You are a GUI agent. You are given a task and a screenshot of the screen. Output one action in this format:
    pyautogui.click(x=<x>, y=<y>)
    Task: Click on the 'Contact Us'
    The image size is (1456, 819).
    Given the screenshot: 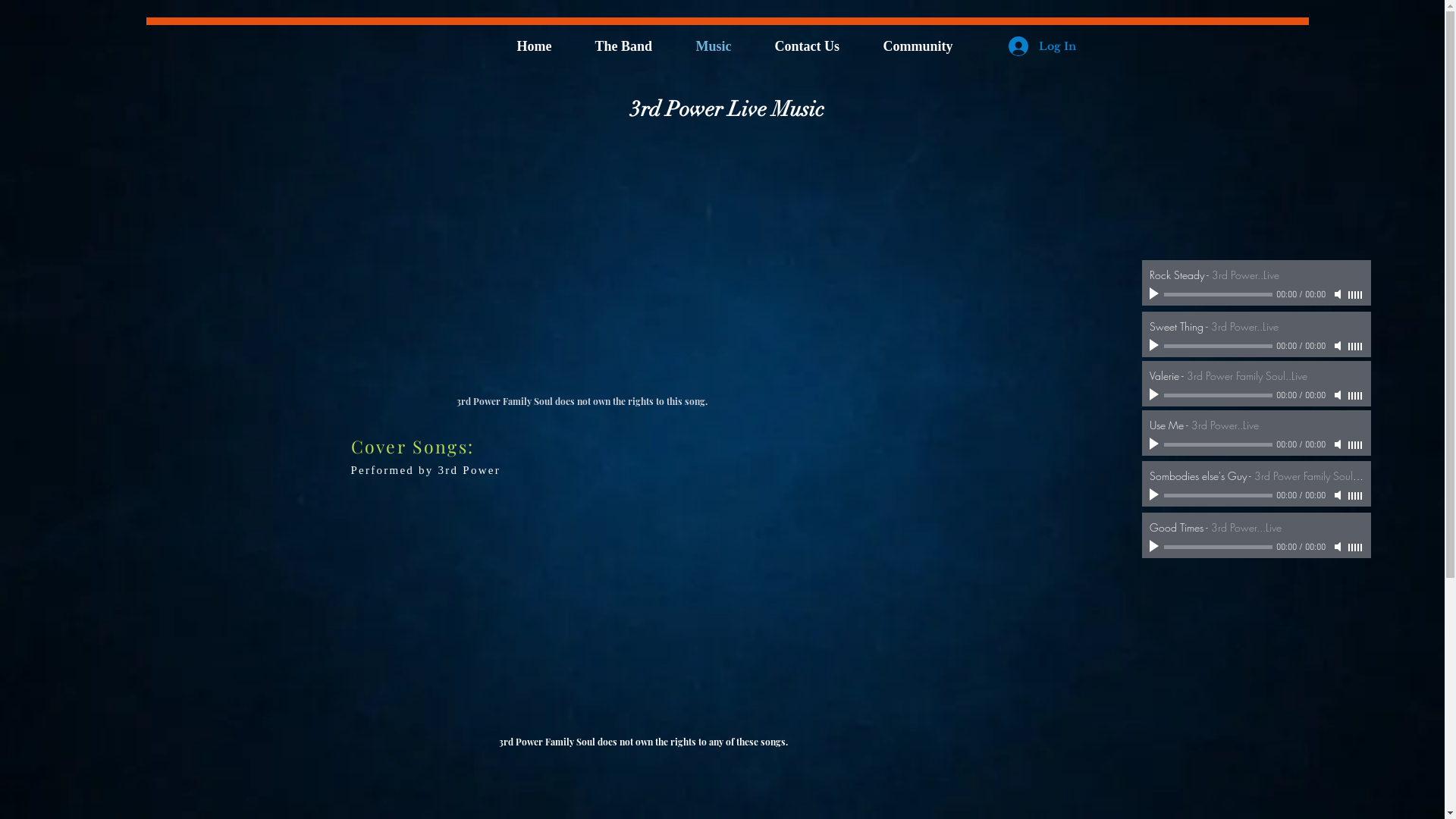 What is the action you would take?
    pyautogui.click(x=763, y=45)
    